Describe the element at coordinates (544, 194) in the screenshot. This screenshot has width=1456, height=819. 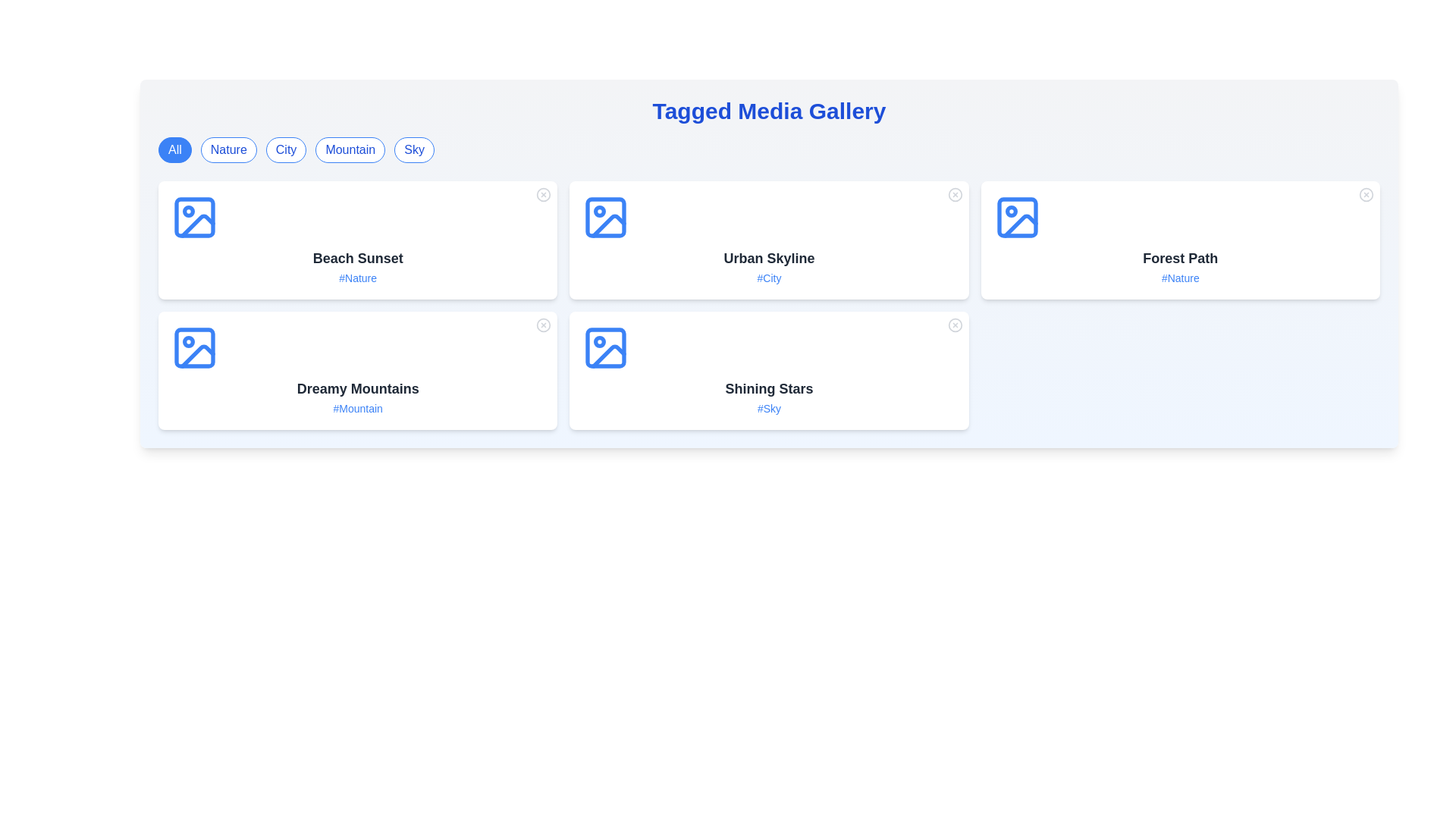
I see `the close button of a media item identified by Beach Sunset` at that location.